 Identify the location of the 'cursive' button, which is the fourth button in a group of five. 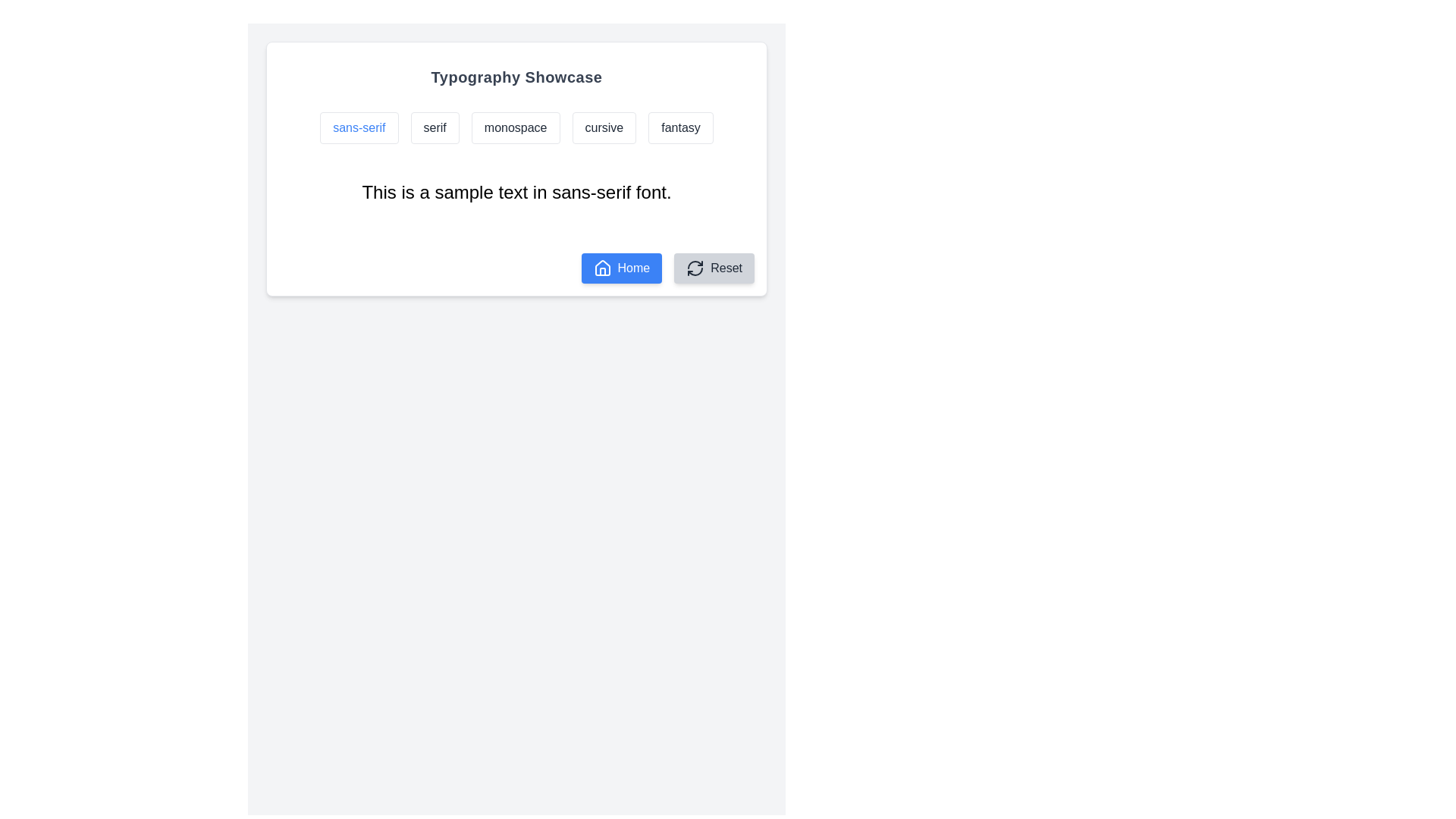
(603, 127).